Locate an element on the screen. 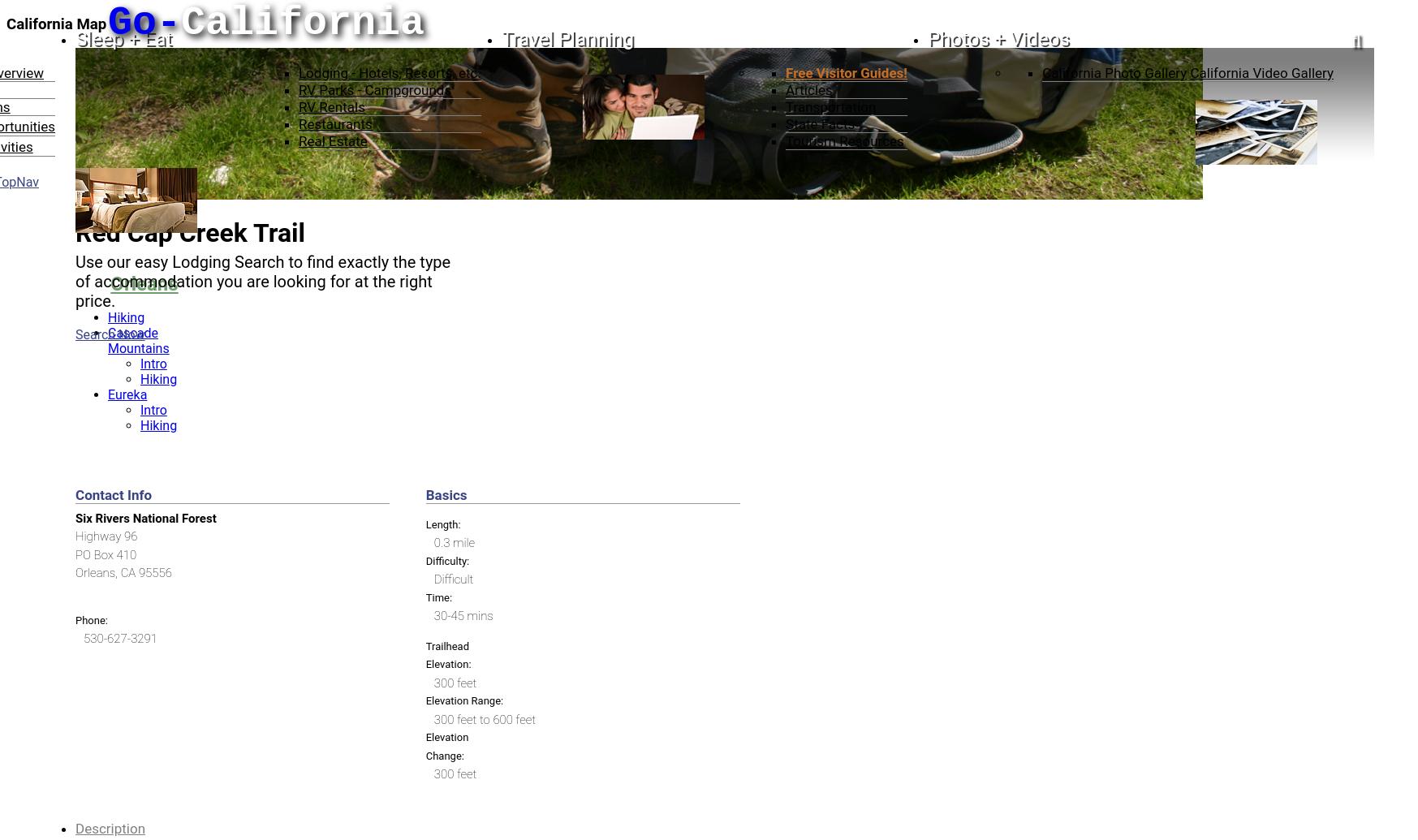 This screenshot has height=840, width=1418. 'Contact Info' is located at coordinates (75, 493).